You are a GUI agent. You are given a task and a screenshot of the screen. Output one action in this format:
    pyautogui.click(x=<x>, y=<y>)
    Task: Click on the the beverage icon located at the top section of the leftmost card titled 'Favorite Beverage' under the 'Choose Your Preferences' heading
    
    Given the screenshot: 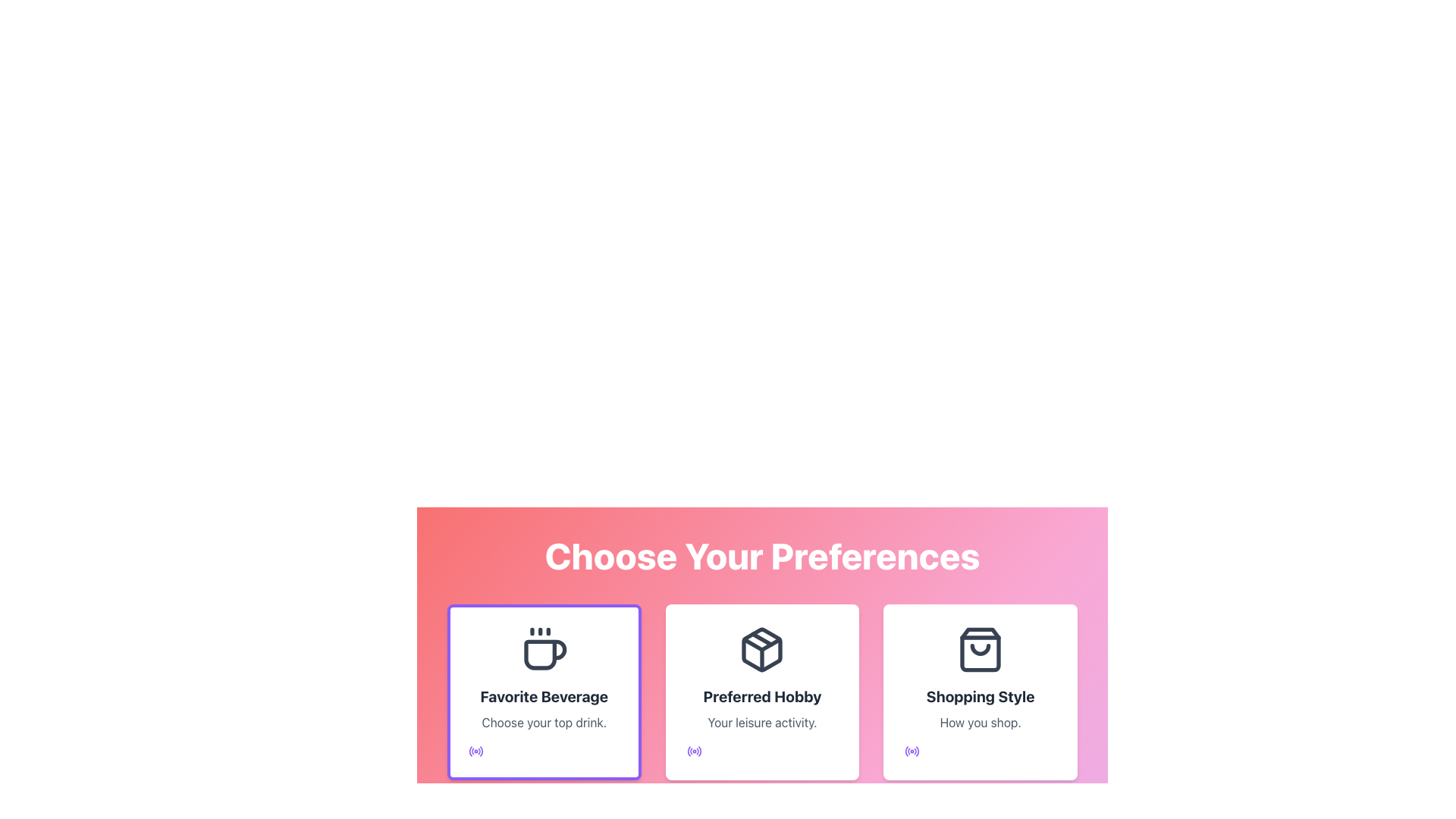 What is the action you would take?
    pyautogui.click(x=544, y=648)
    